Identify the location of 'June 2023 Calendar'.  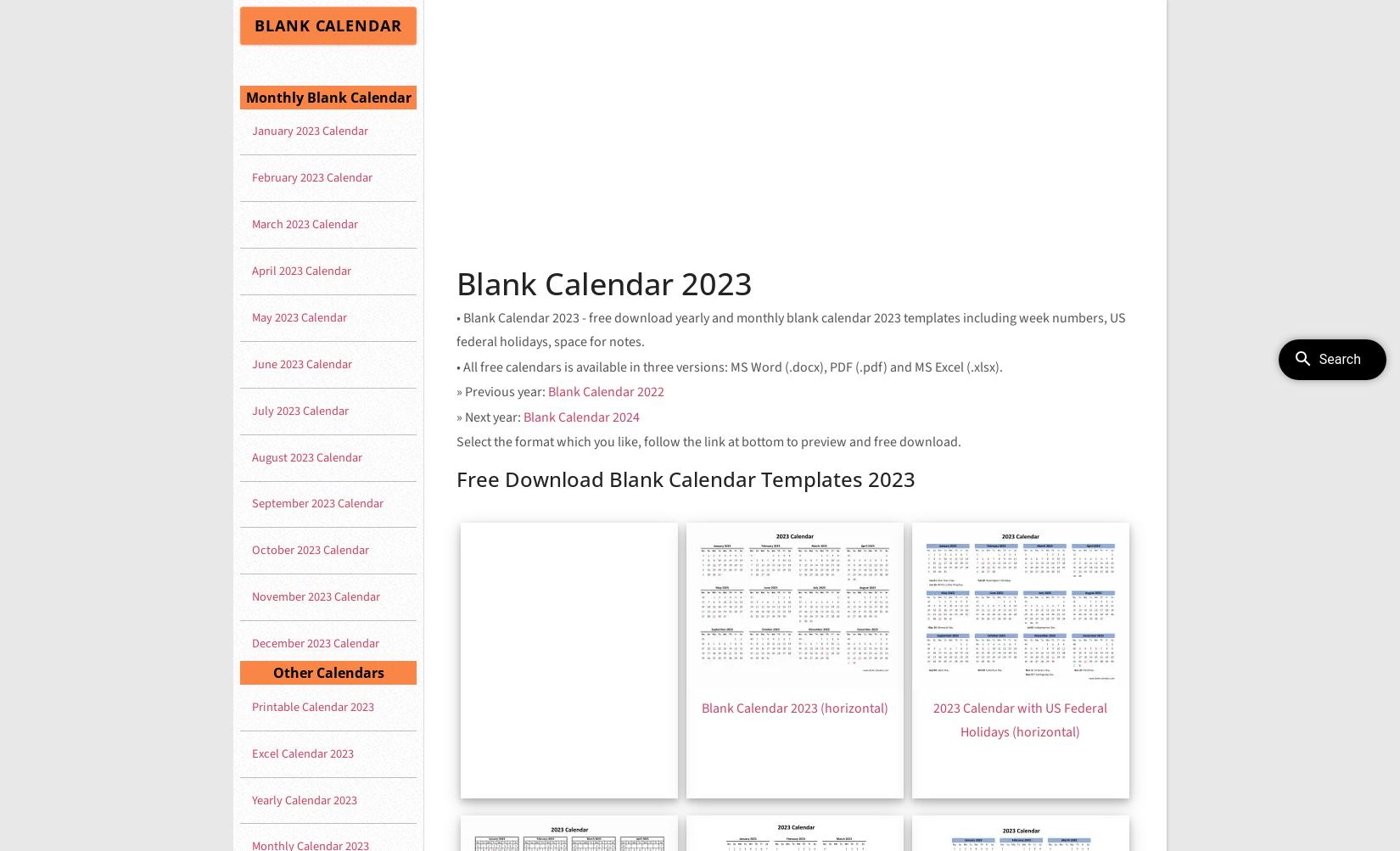
(302, 363).